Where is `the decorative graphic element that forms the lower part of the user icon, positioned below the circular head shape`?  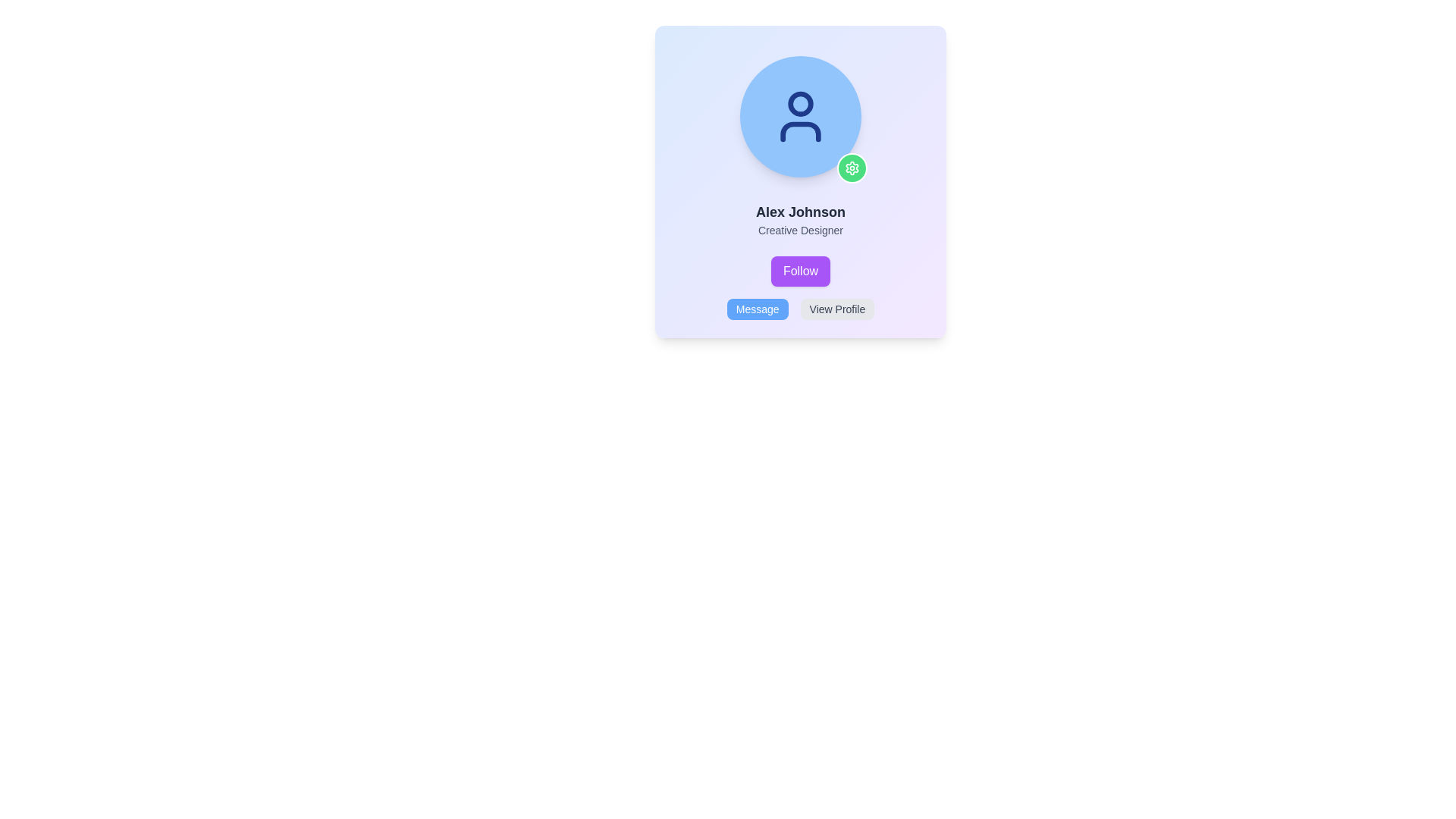
the decorative graphic element that forms the lower part of the user icon, positioned below the circular head shape is located at coordinates (800, 130).